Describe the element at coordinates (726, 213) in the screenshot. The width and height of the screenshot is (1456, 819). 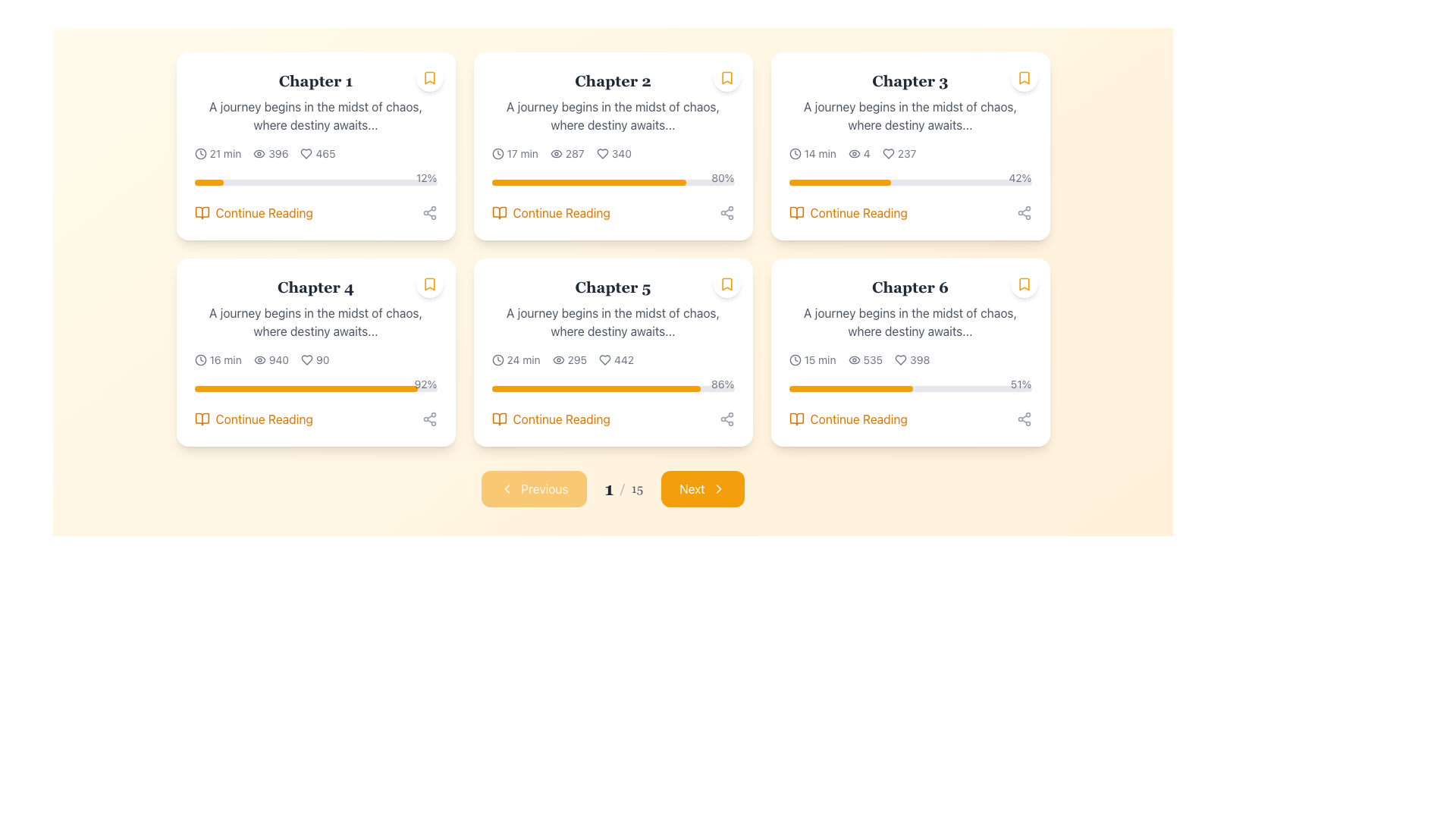
I see `the interactive share icon located in the bottom-right corner of the 'Chapter 2' card, adjacent to the 'Continue Reading' text link` at that location.